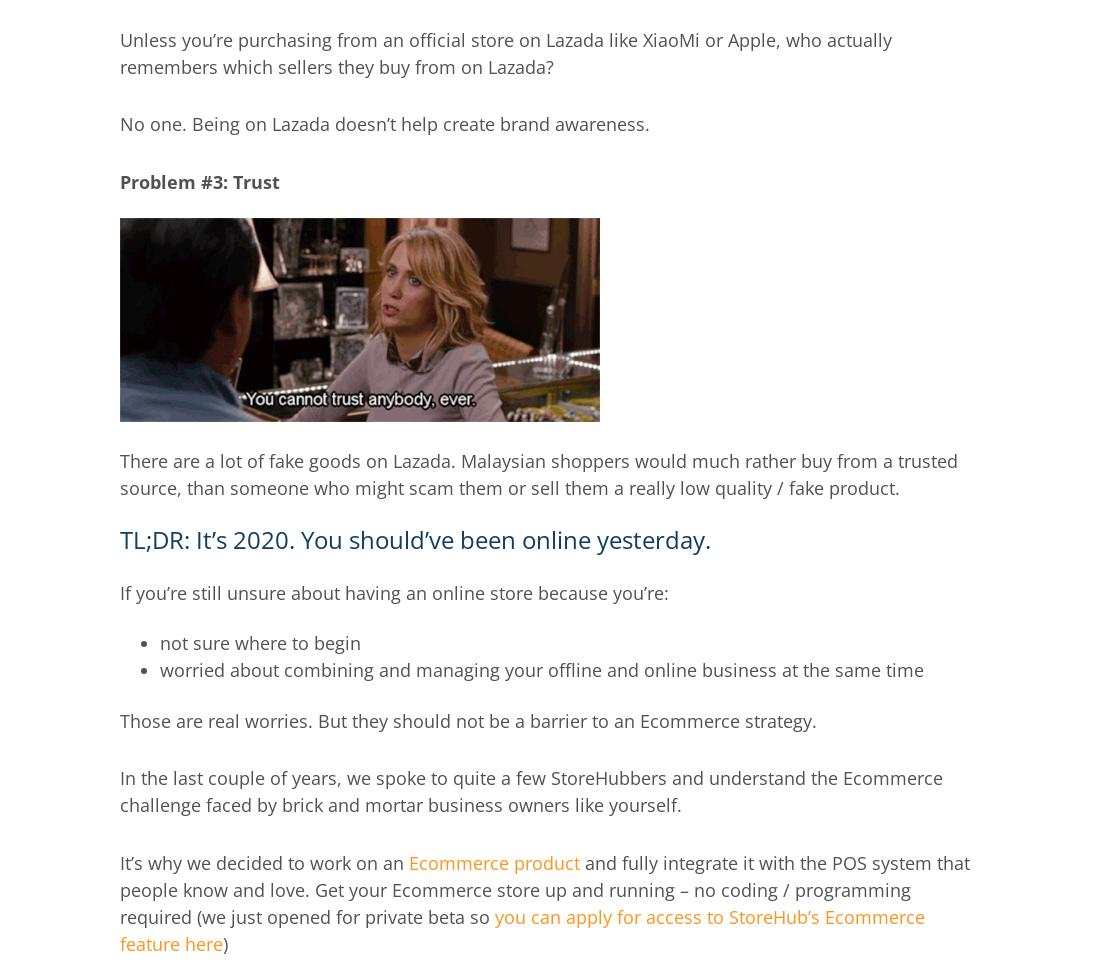 The height and width of the screenshot is (976, 1105). Describe the element at coordinates (160, 668) in the screenshot. I see `'worried about combining and managing your offline and online business at the same time'` at that location.